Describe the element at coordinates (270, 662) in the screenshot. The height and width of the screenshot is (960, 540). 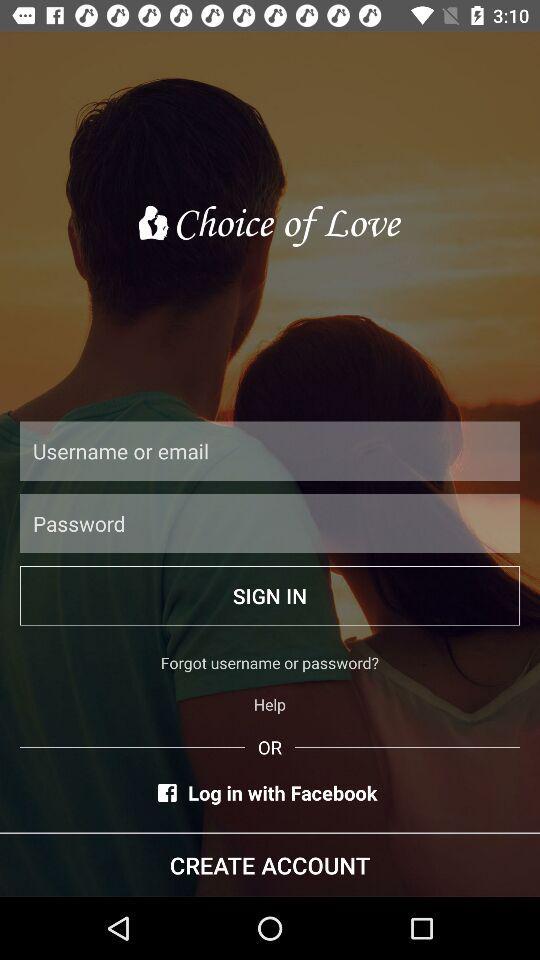
I see `item below the sign in item` at that location.